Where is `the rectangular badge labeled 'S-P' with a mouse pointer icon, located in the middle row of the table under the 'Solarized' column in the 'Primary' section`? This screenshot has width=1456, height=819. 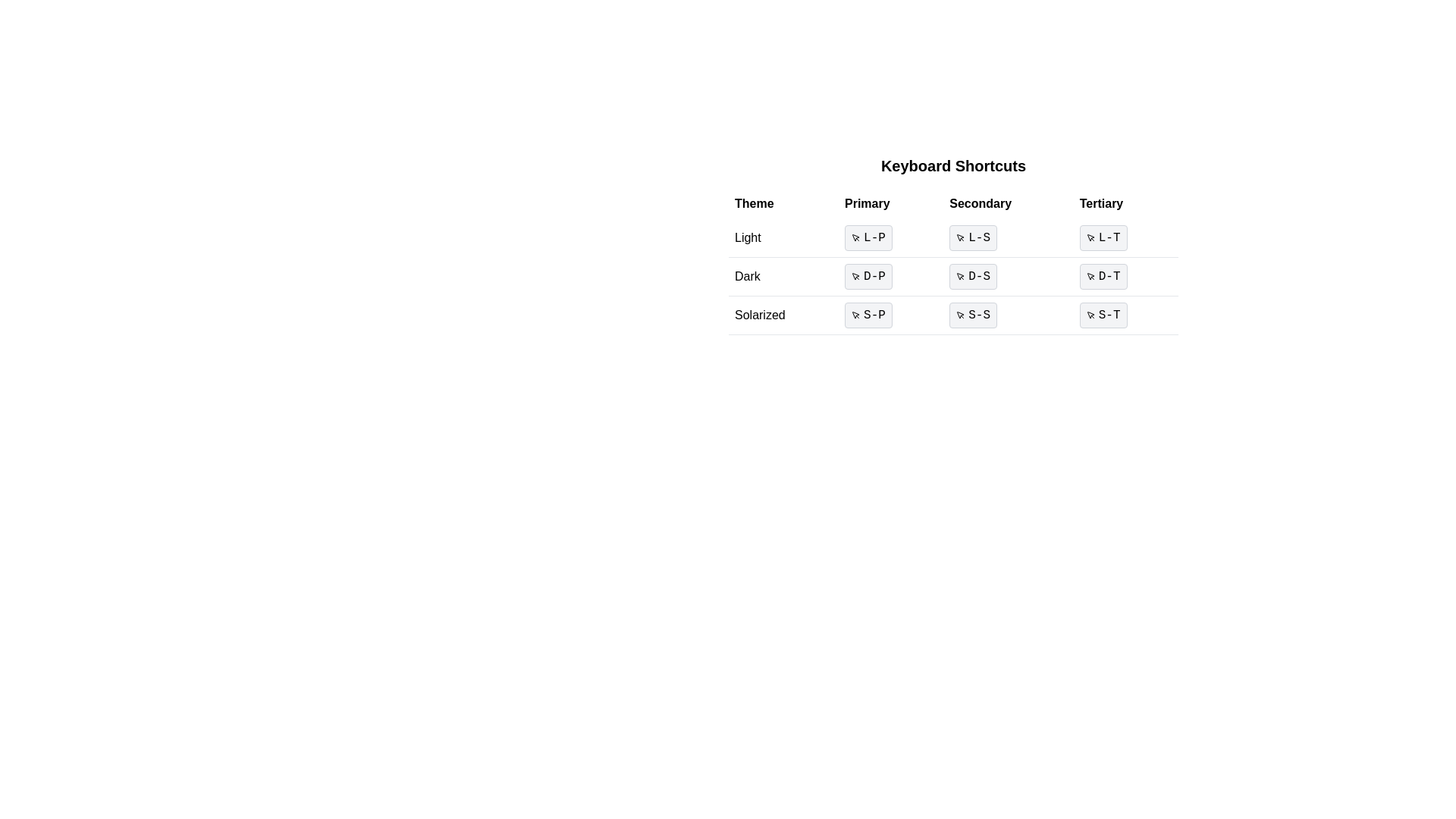 the rectangular badge labeled 'S-P' with a mouse pointer icon, located in the middle row of the table under the 'Solarized' column in the 'Primary' section is located at coordinates (868, 315).